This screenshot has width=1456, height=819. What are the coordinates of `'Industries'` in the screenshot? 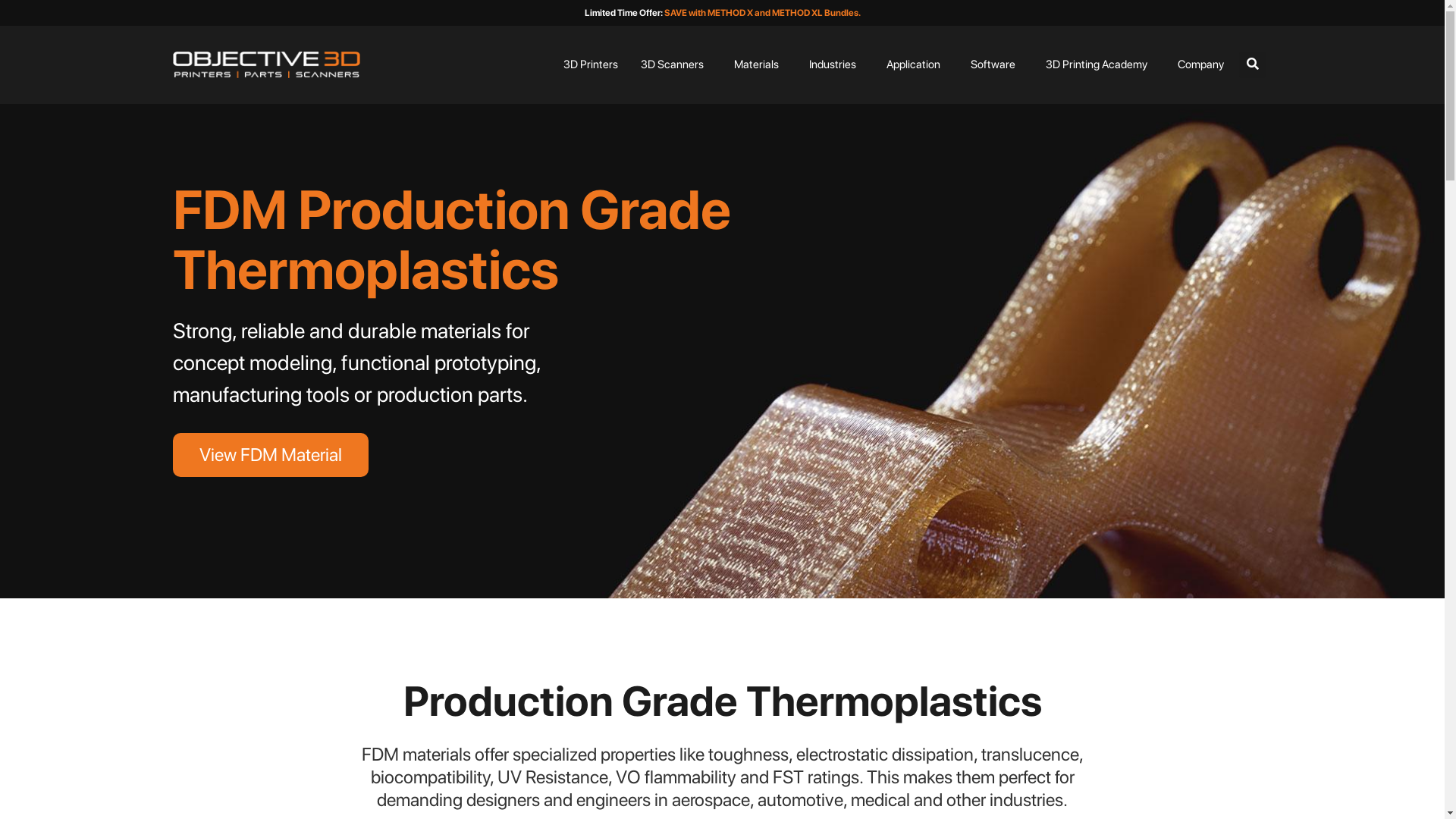 It's located at (832, 64).